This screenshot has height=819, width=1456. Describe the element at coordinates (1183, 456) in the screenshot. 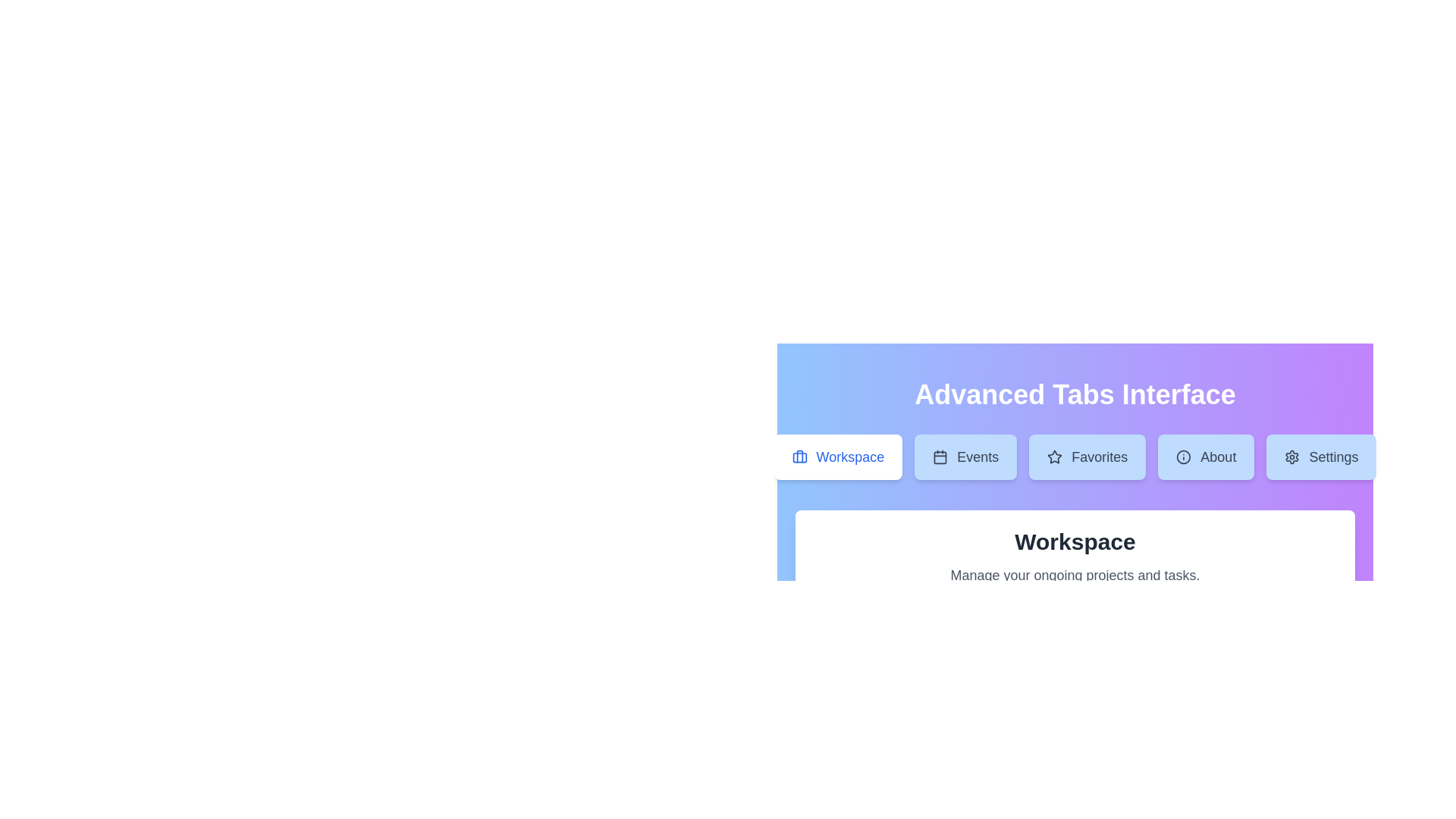

I see `the 'About' button by clicking on its icon located in the navigation bar, which is styled as a circular icon with a central dot and a vertical line below it` at that location.